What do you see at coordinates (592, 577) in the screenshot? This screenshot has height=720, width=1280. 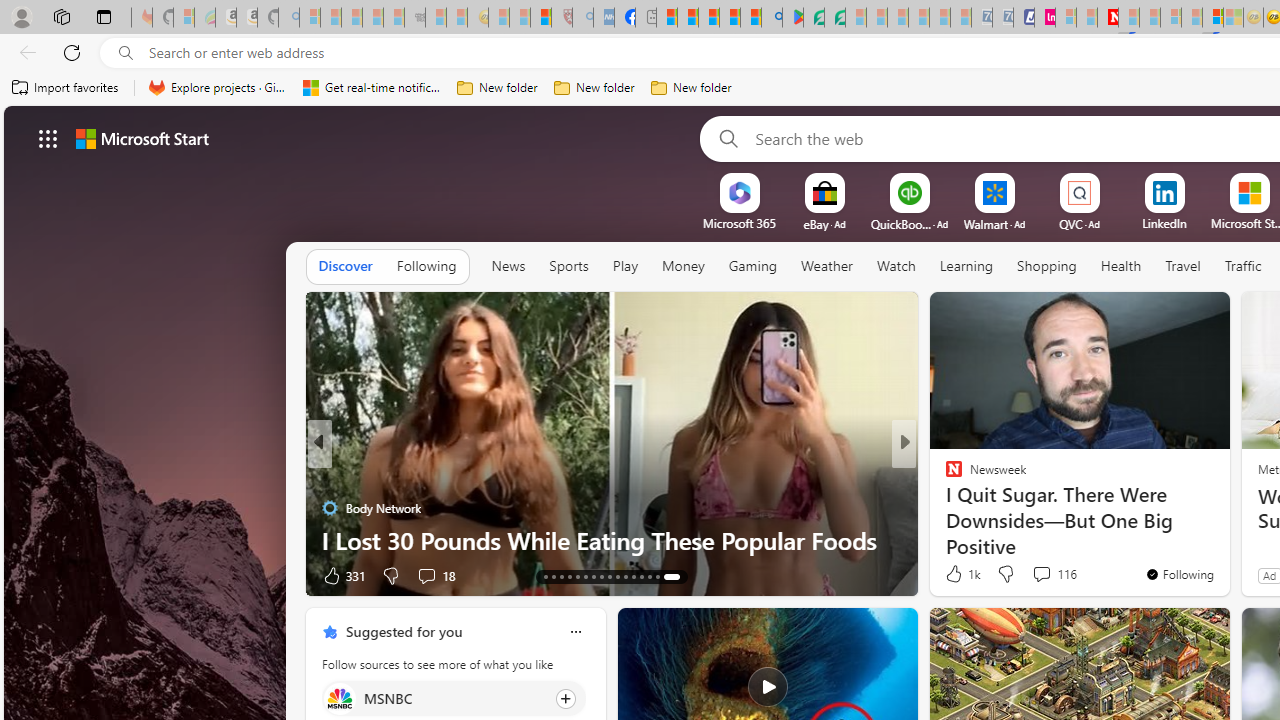 I see `'AutomationID: tab-19'` at bounding box center [592, 577].